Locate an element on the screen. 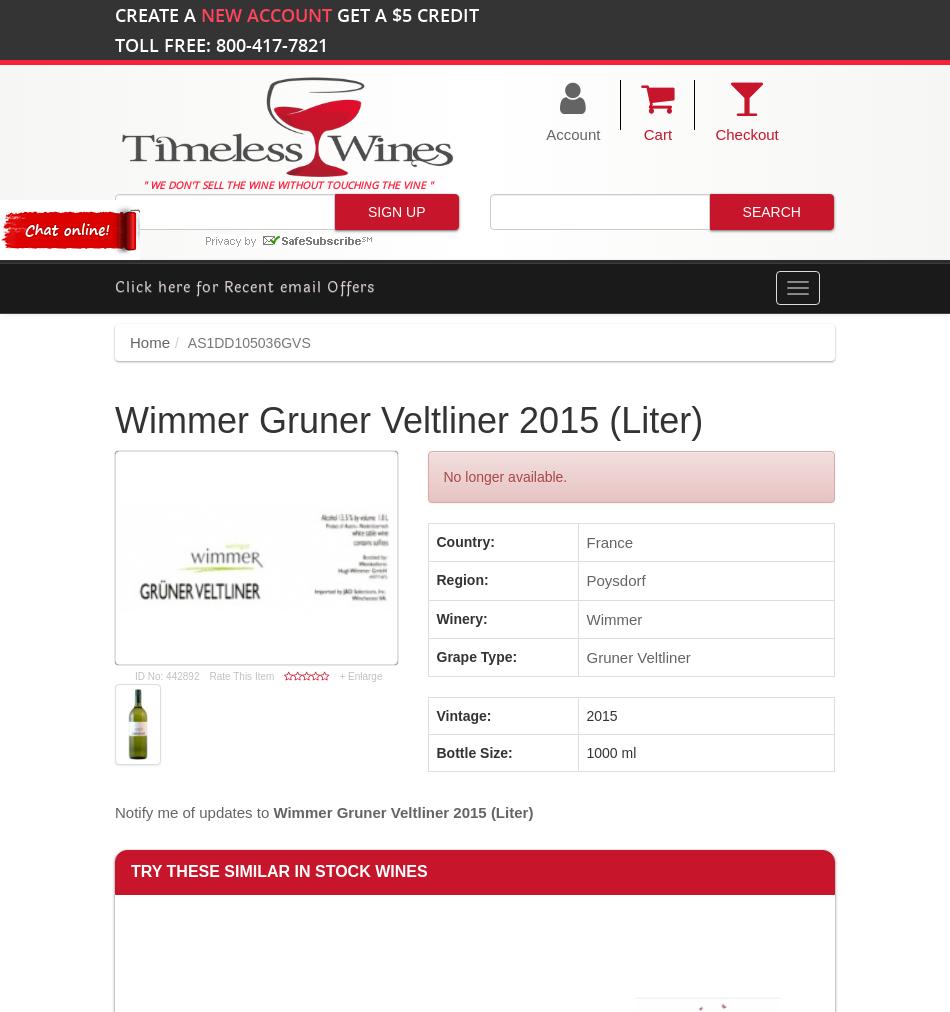 The height and width of the screenshot is (1012, 950). 'Poysdorf' is located at coordinates (585, 579).